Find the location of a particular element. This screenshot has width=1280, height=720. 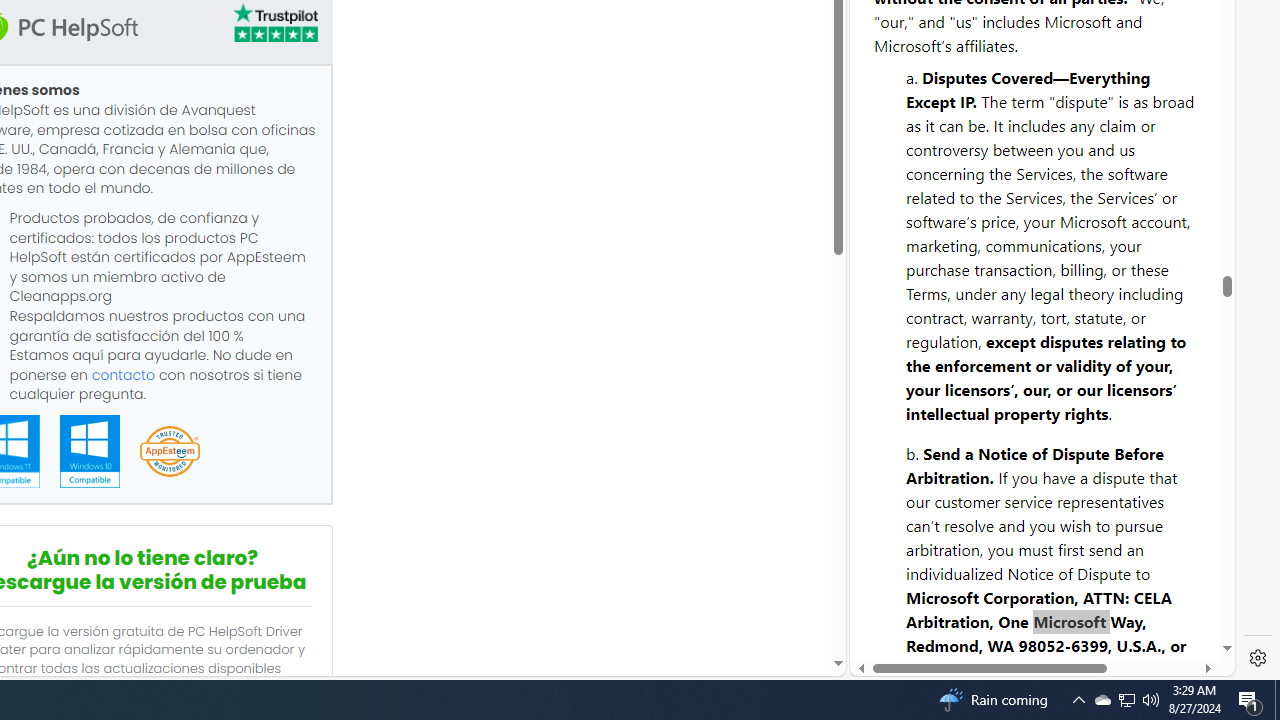

'Windows 10 Compatible' is located at coordinates (88, 451).